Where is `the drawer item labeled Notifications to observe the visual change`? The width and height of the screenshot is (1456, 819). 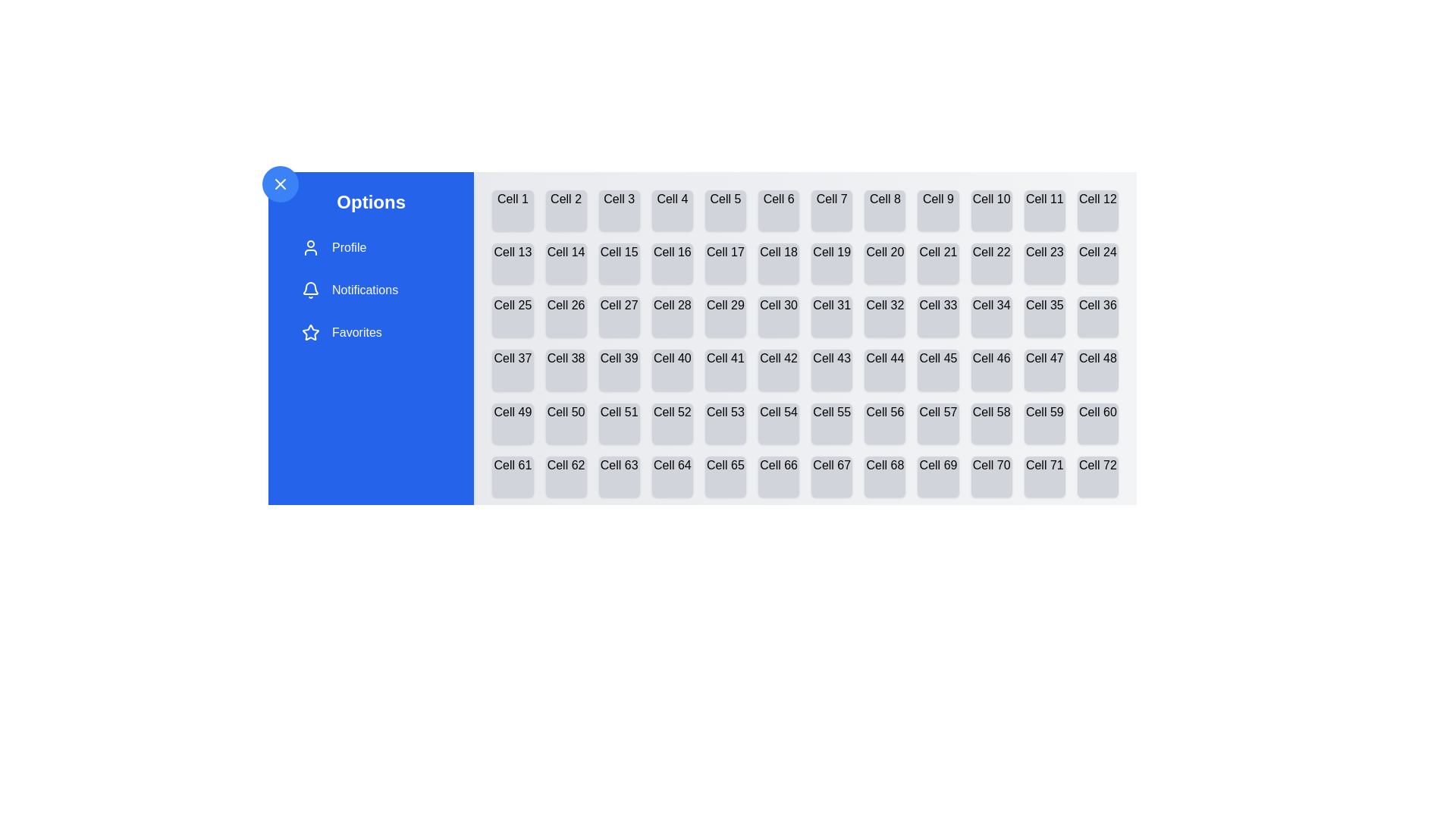 the drawer item labeled Notifications to observe the visual change is located at coordinates (371, 290).